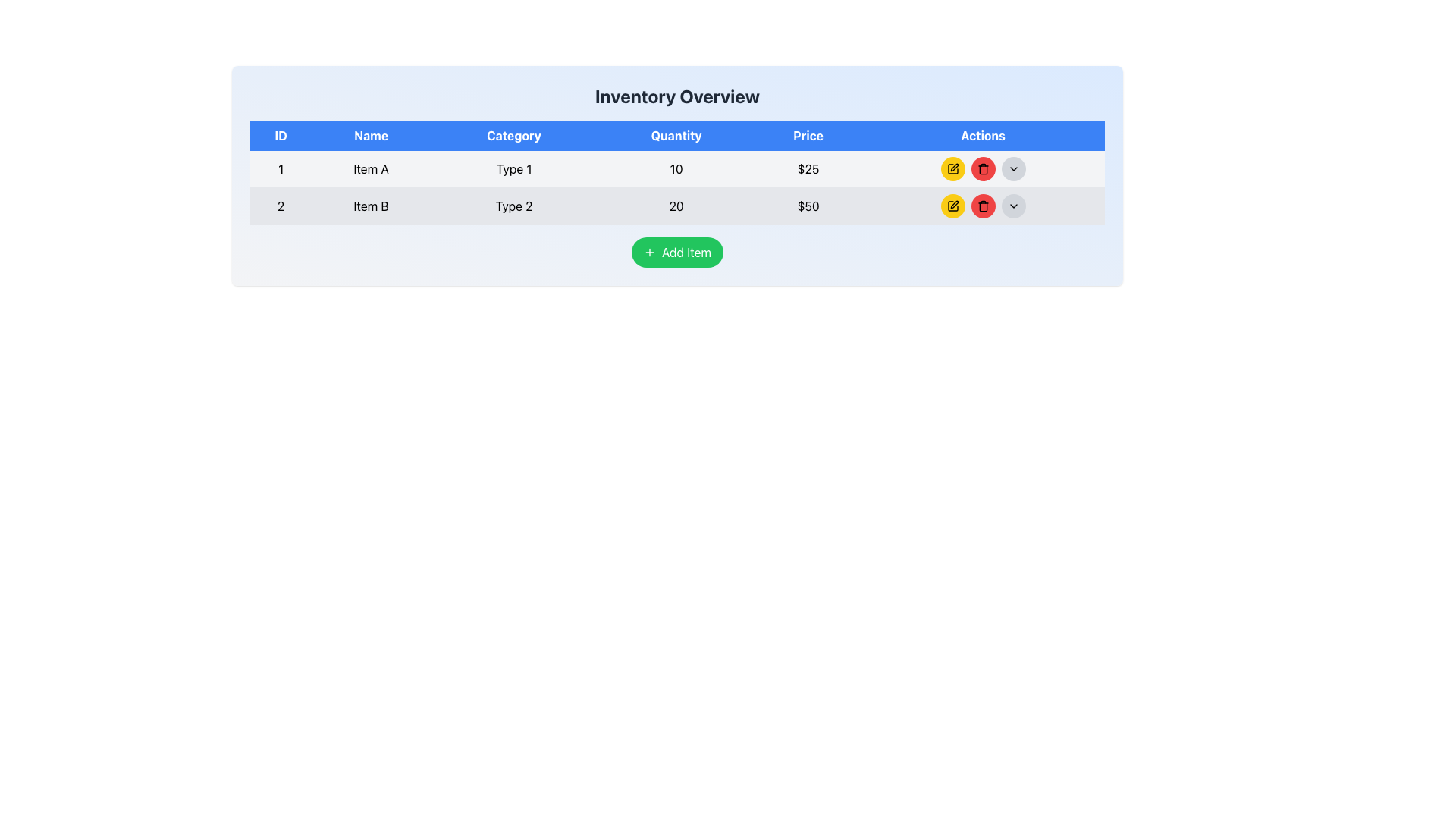 The image size is (1456, 819). I want to click on the Dropdown button located in the last column of the second row of the table under the 'Actions' header, so click(1012, 206).